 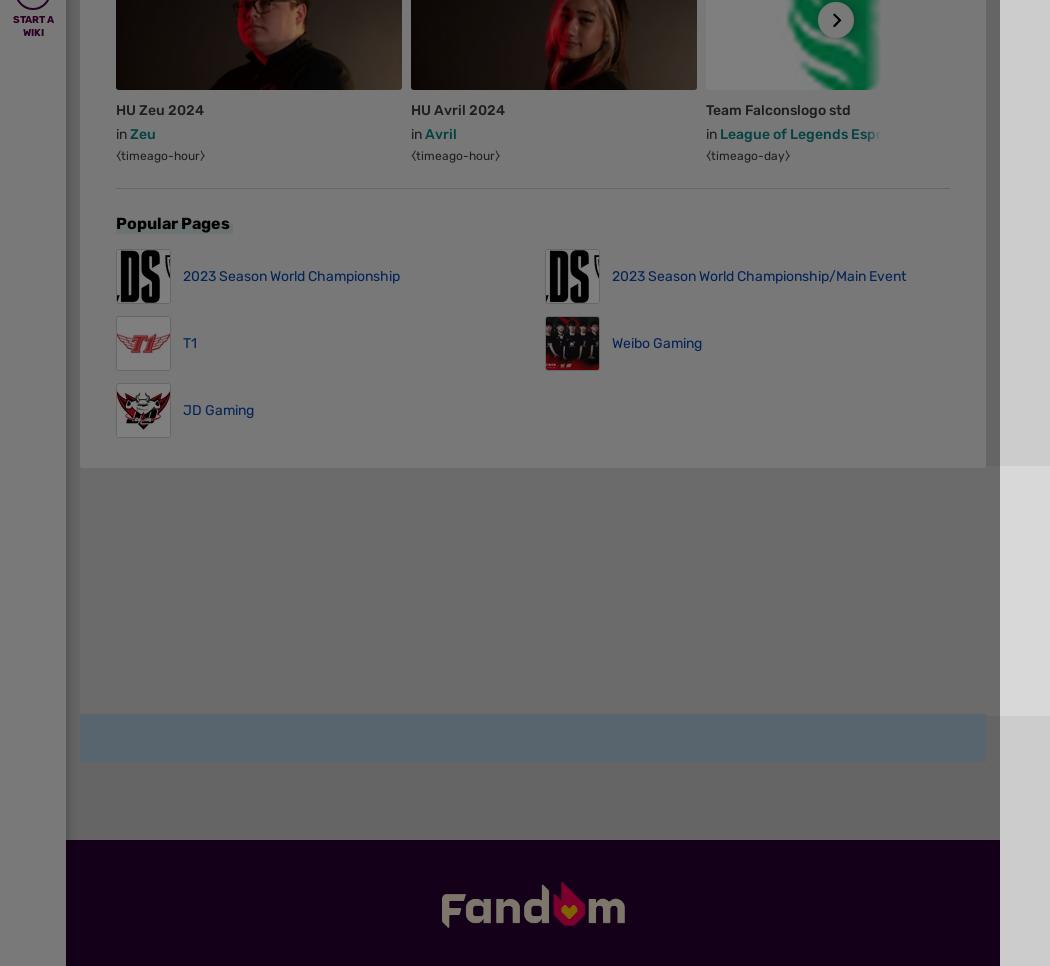 What do you see at coordinates (539, 235) in the screenshot?
I see `'Shadow Dance represents a lot of what we like about Akali’s kill pattern - it’s telegraphed, has appropriate downtime between casts, and gives the opposing team time to react with their abilities to help peel her prey. Considering all of that, we feel like it’s a good spot to help Akali successfully chain from one kill to the next once she gets going.'` at bounding box center [539, 235].